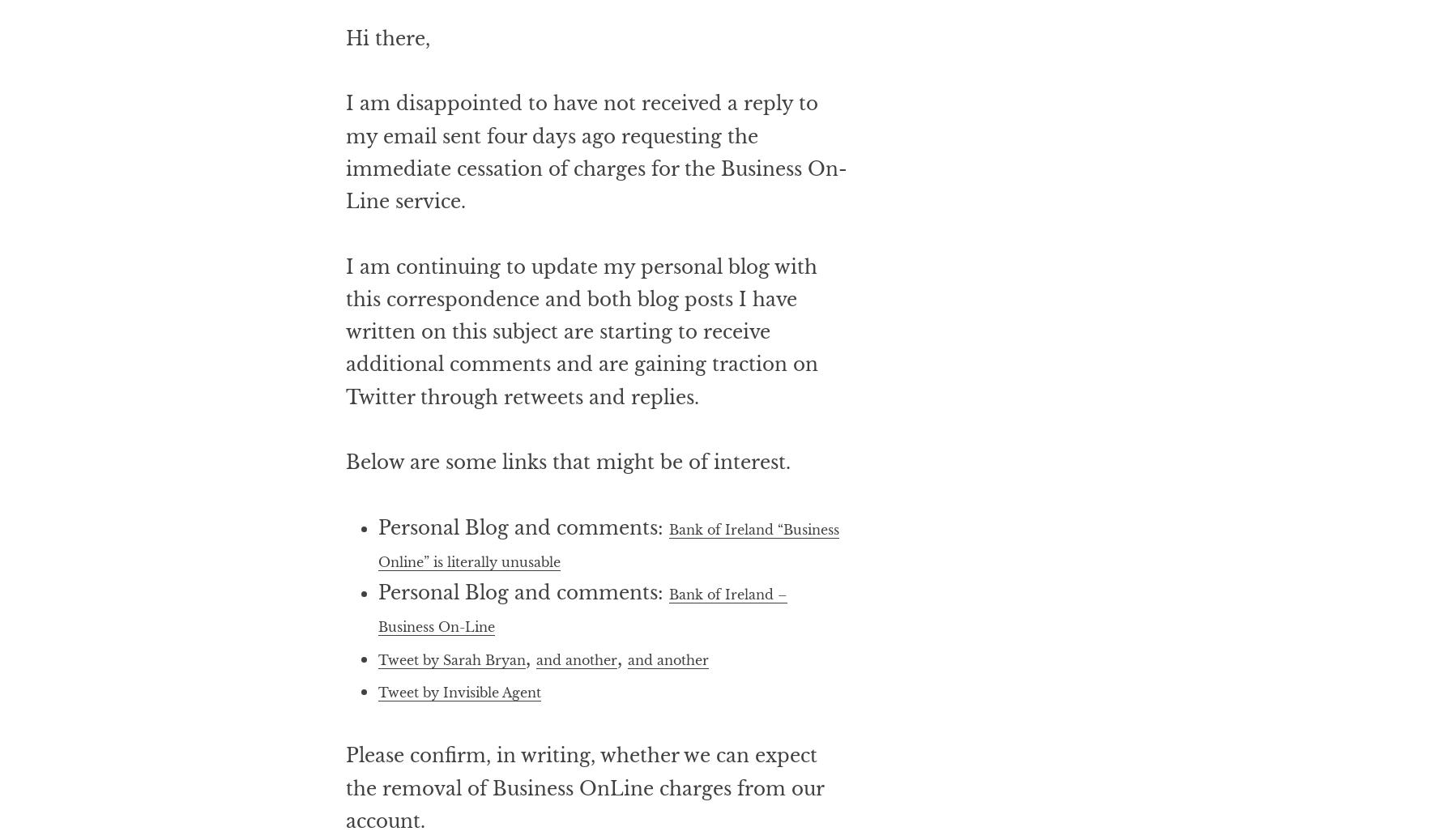 This screenshot has height=840, width=1442. Describe the element at coordinates (475, 36) in the screenshot. I see `'11/01/2013 10:07'` at that location.